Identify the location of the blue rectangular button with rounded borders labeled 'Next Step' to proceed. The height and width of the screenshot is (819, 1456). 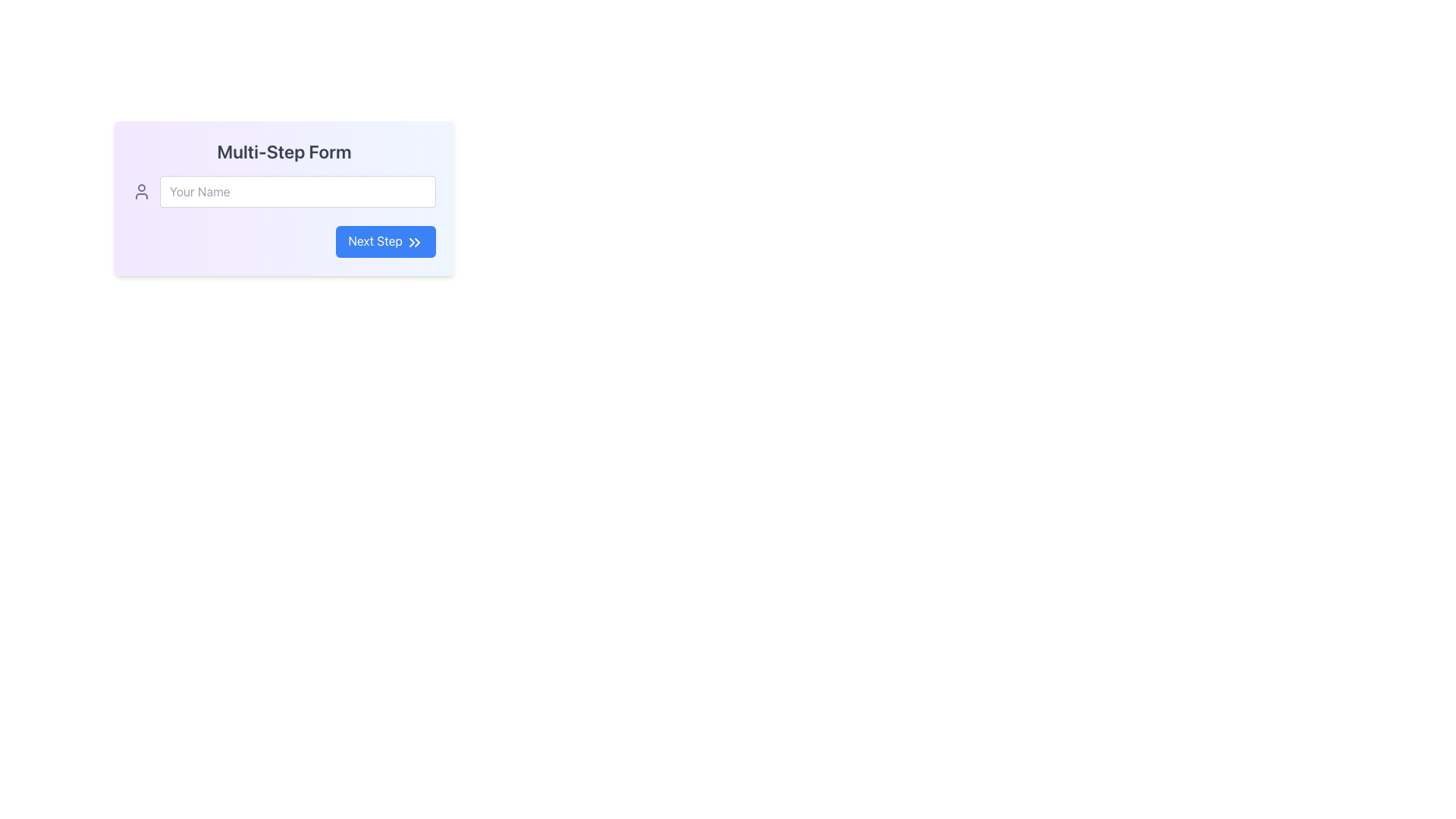
(386, 240).